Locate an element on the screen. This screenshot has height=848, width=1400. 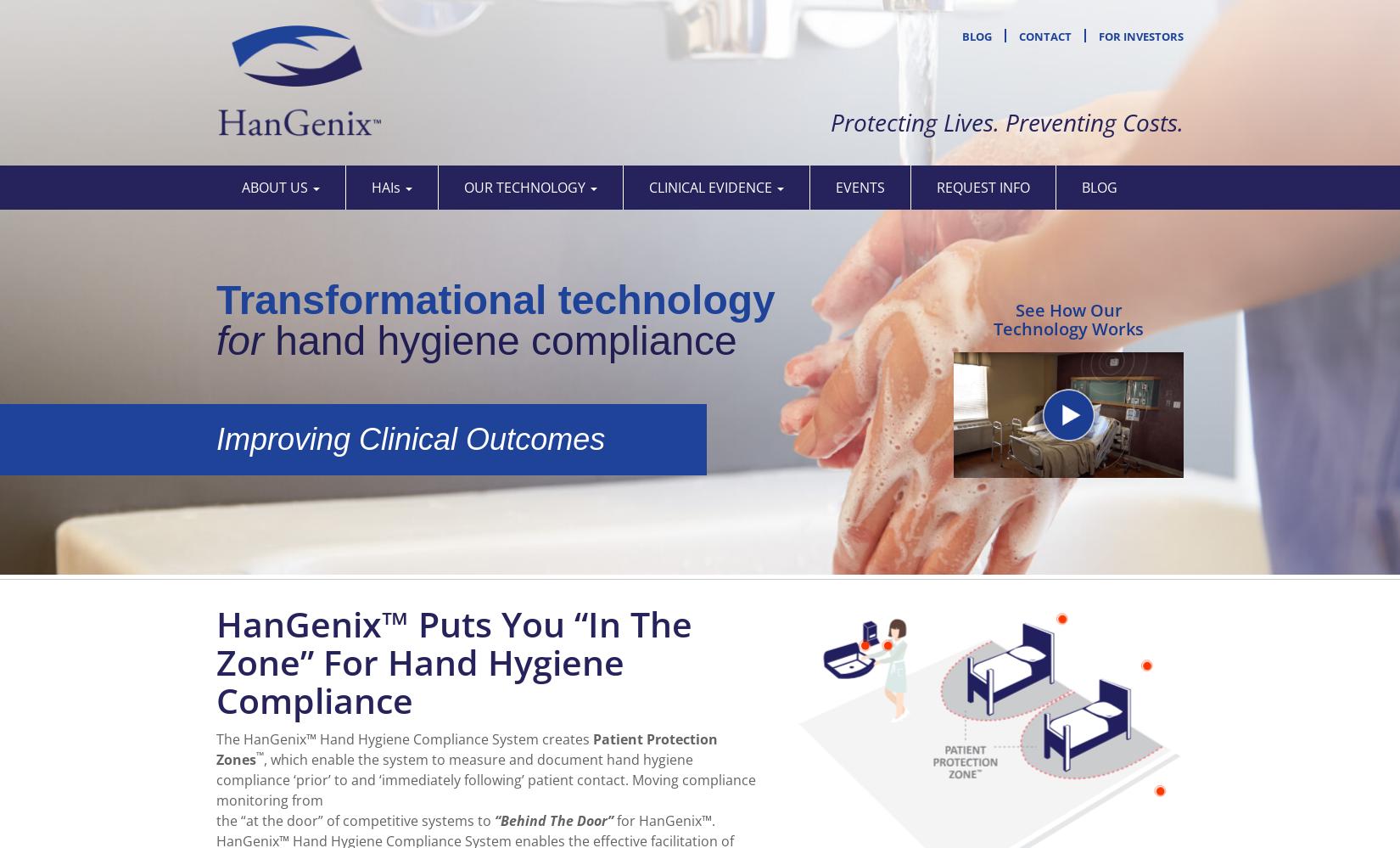
'For Investors' is located at coordinates (1097, 36).